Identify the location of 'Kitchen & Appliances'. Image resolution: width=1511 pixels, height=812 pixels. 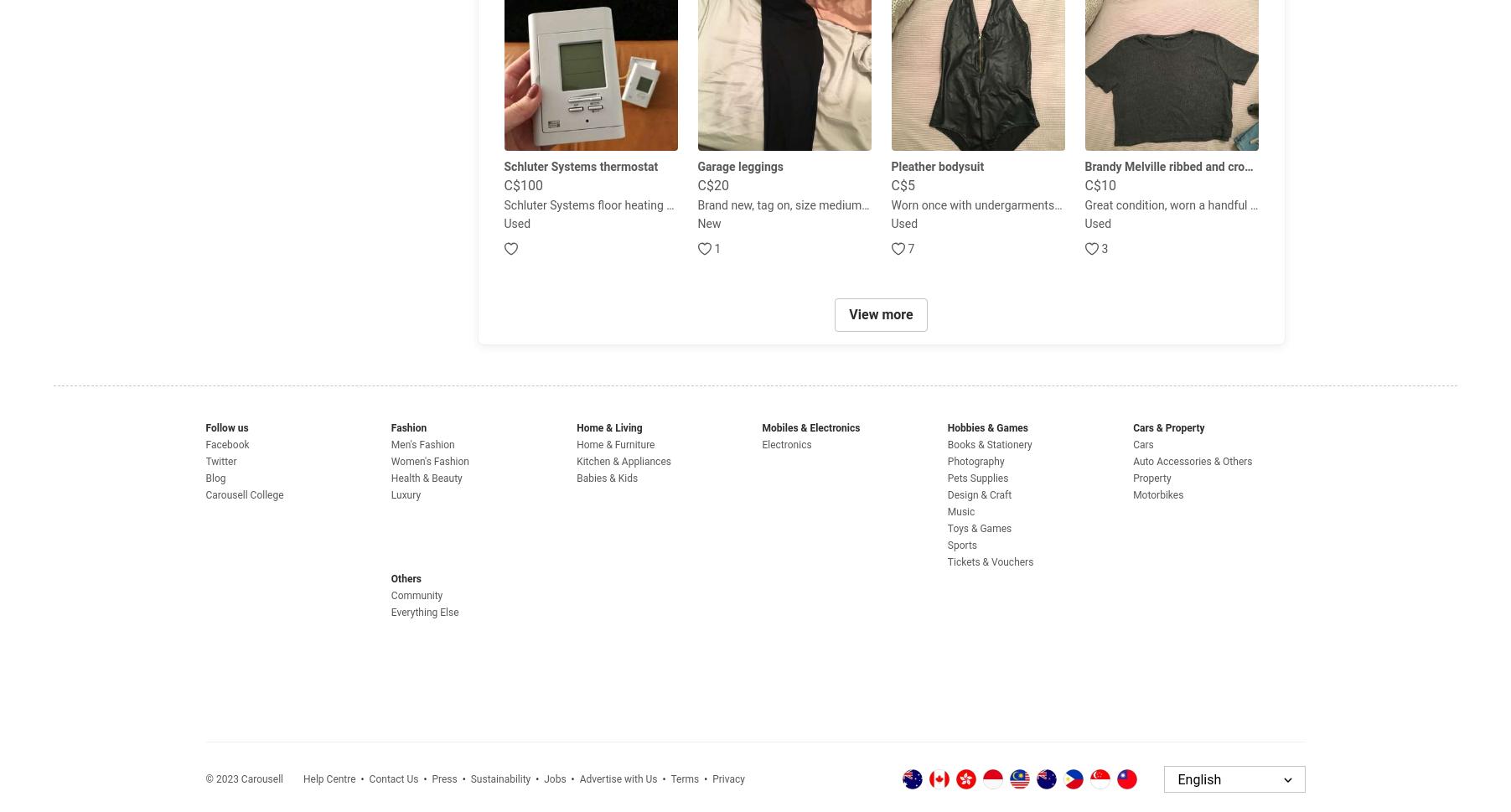
(623, 461).